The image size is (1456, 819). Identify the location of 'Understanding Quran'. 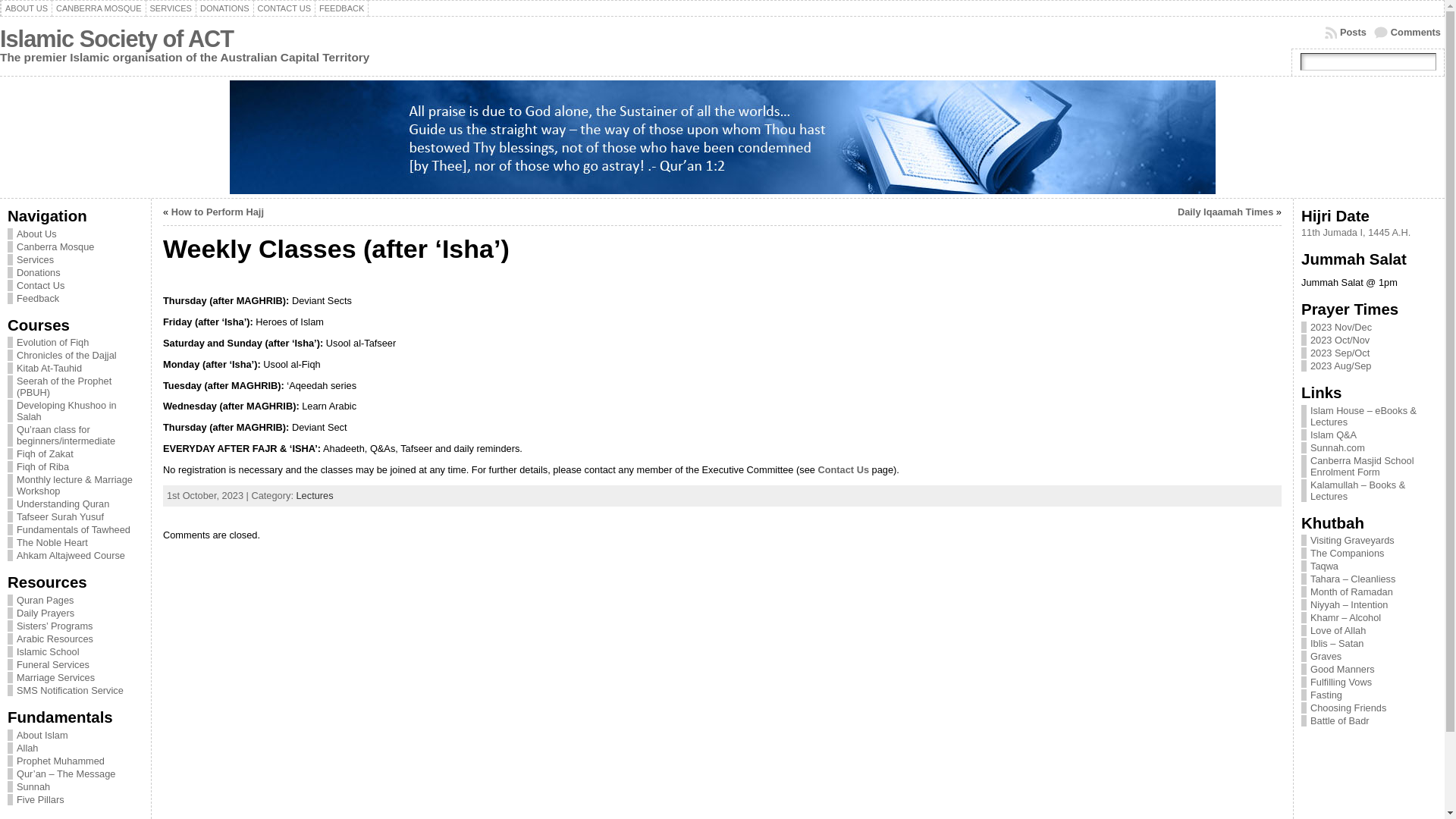
(74, 504).